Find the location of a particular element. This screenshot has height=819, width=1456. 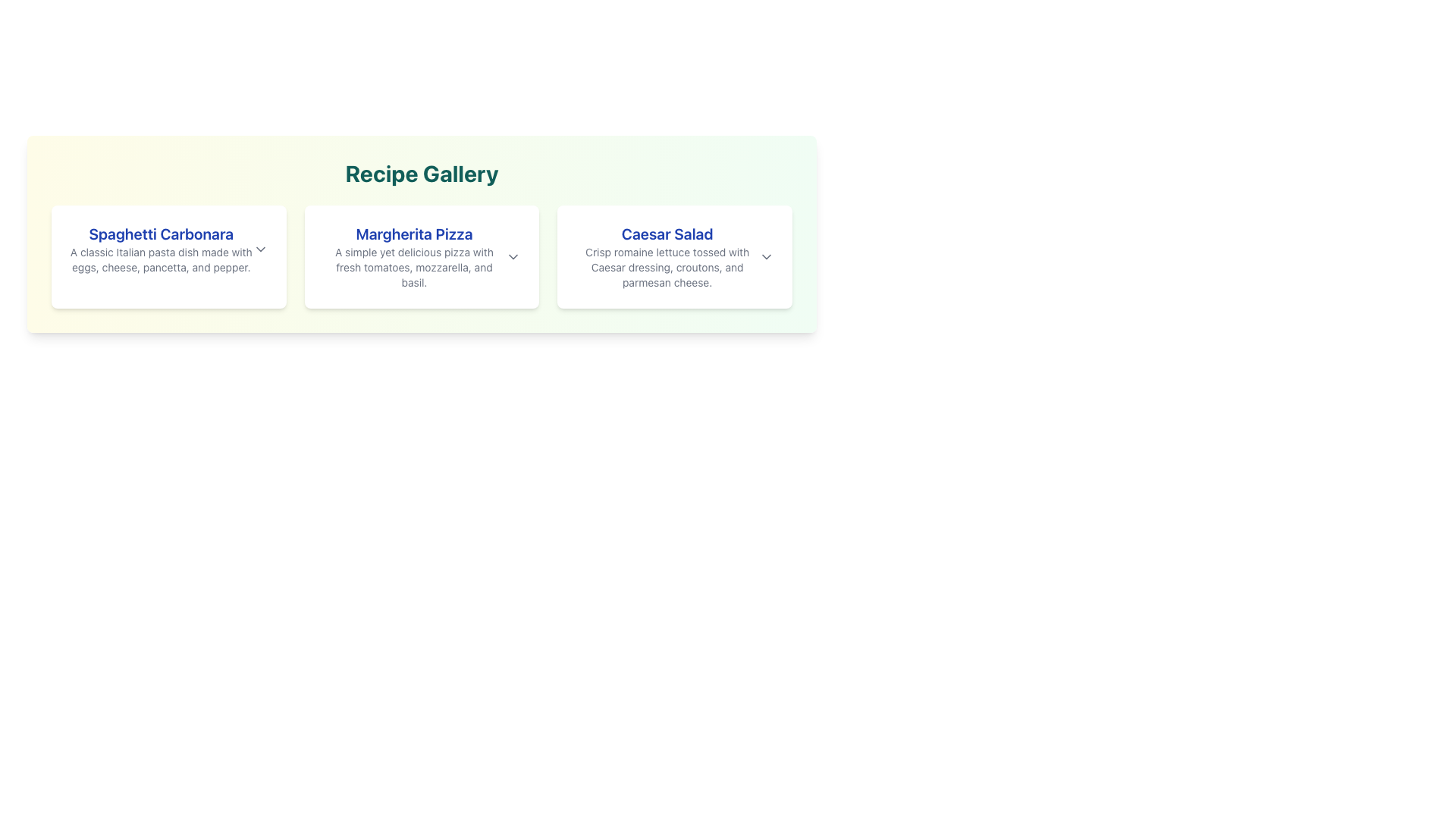

the label titled 'Spaghetti Carbonara' which features a bold, larger, blue text title and a smaller, gray text description, located in the top-left region of the 'Recipe Gallery' card grid is located at coordinates (161, 248).